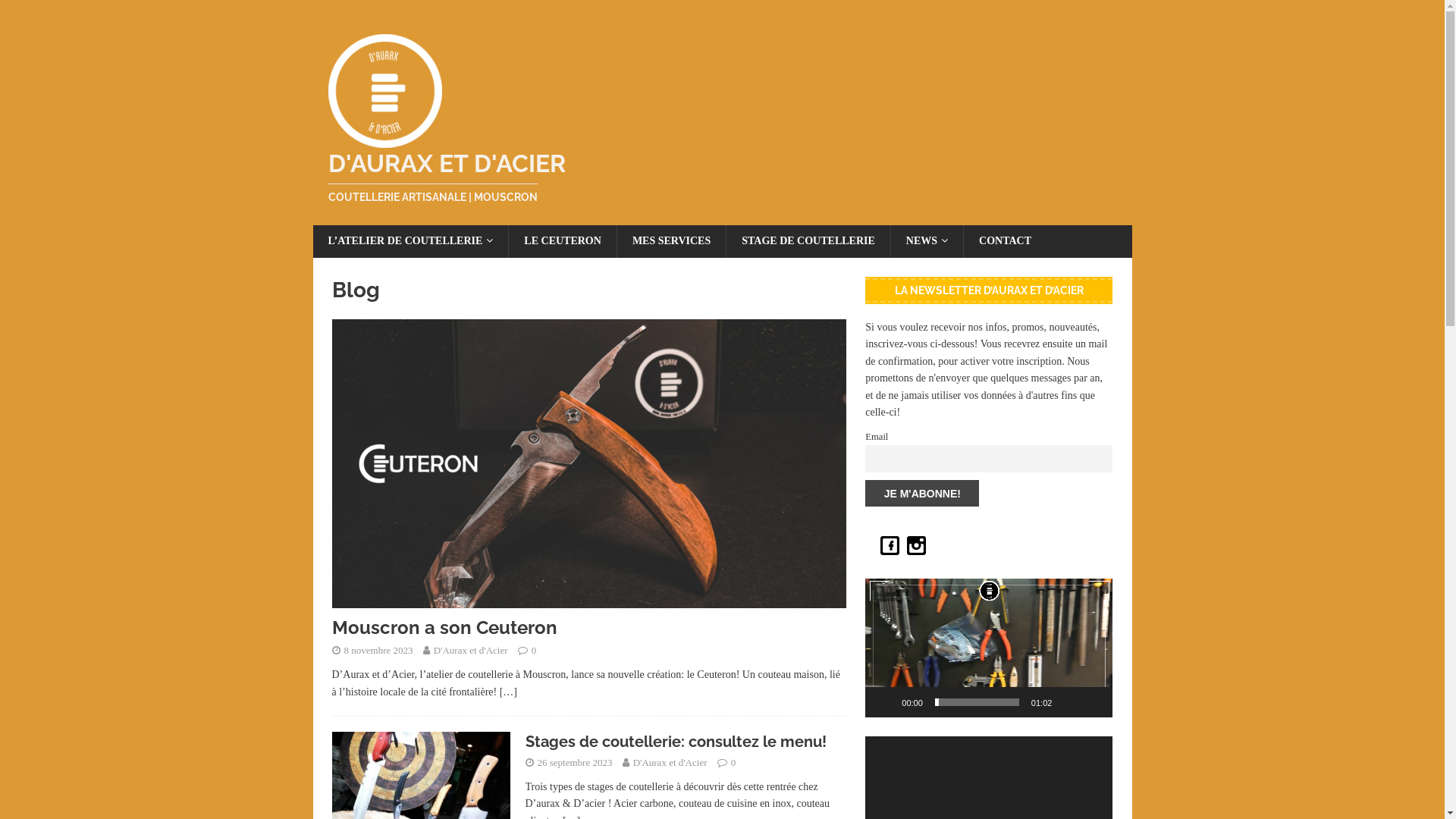  What do you see at coordinates (921, 494) in the screenshot?
I see `'Je m'abonne!'` at bounding box center [921, 494].